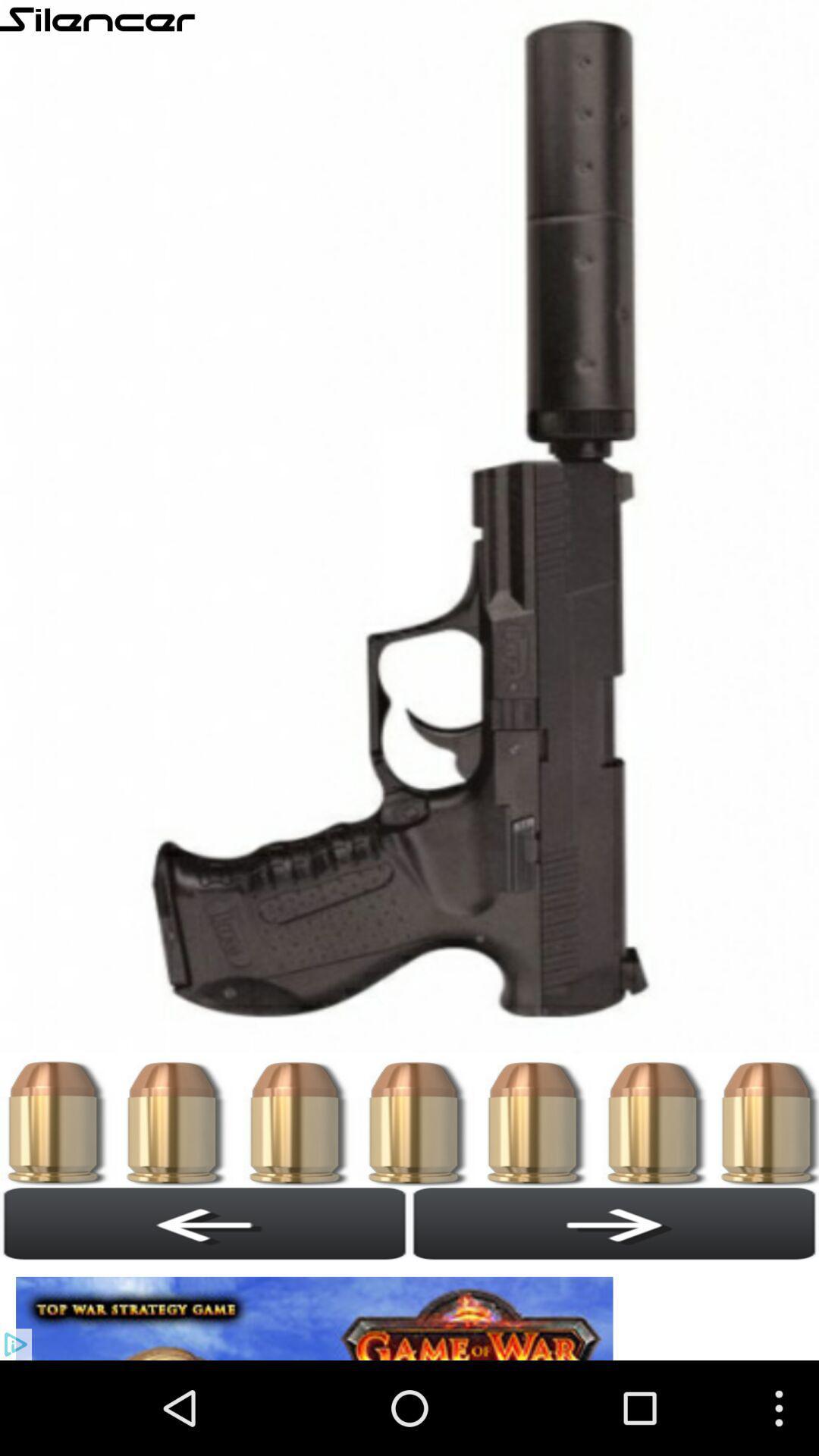 This screenshot has width=819, height=1456. I want to click on banner advertisement, so click(318, 1310).